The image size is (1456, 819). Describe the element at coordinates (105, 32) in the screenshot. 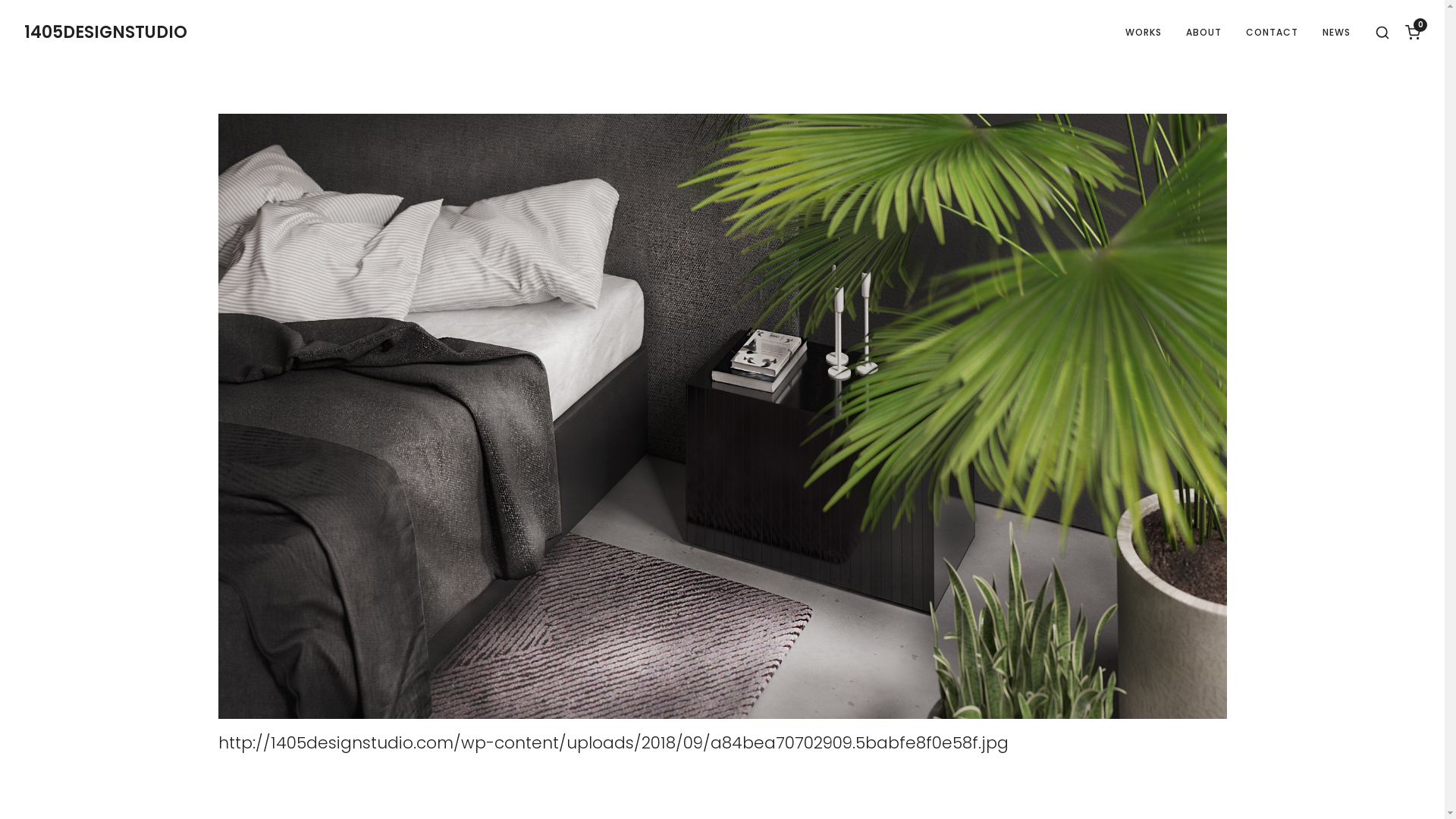

I see `'1405DESIGNSTUDIO'` at that location.